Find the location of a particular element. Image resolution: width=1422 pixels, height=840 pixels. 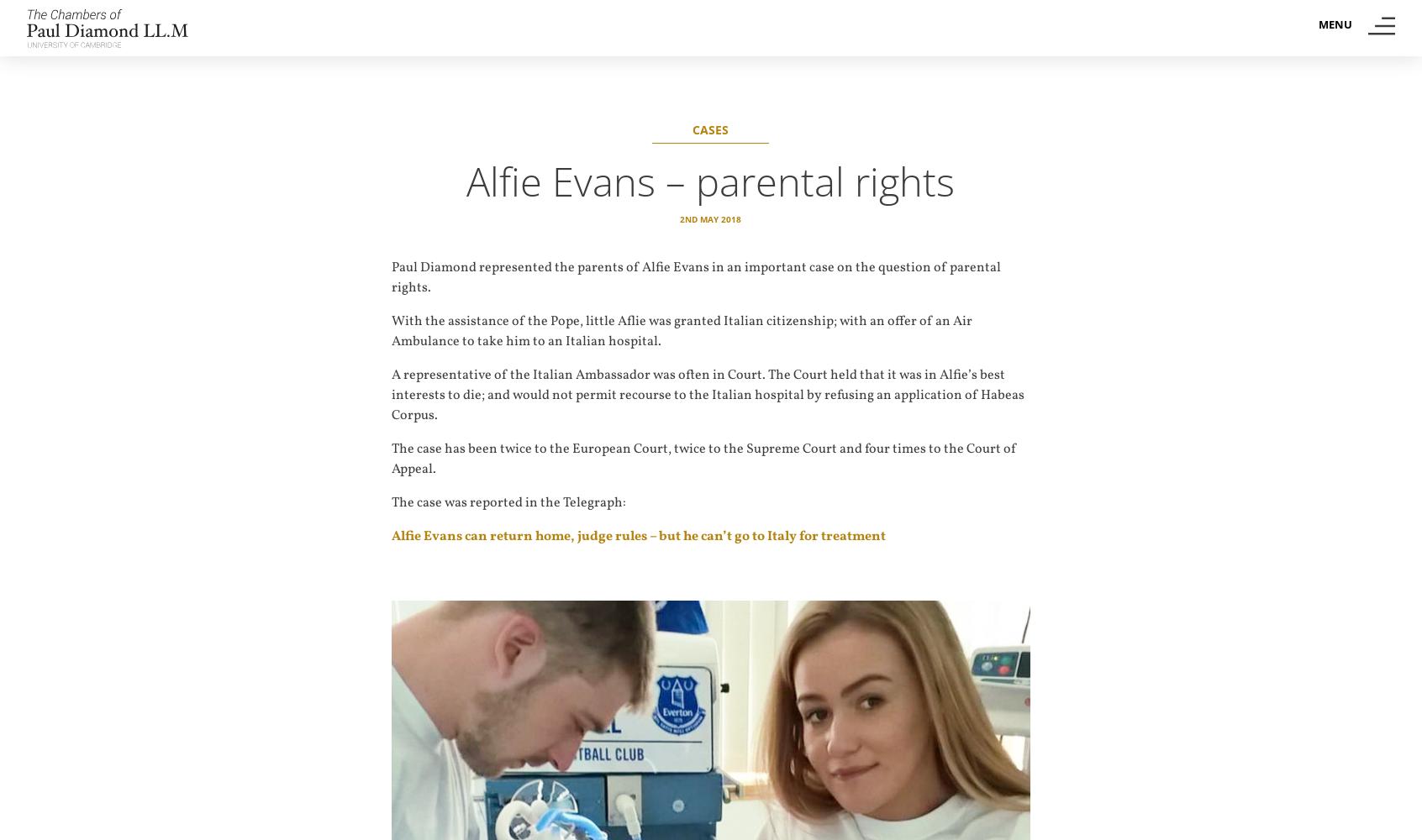

'2nd May 2018' is located at coordinates (679, 219).